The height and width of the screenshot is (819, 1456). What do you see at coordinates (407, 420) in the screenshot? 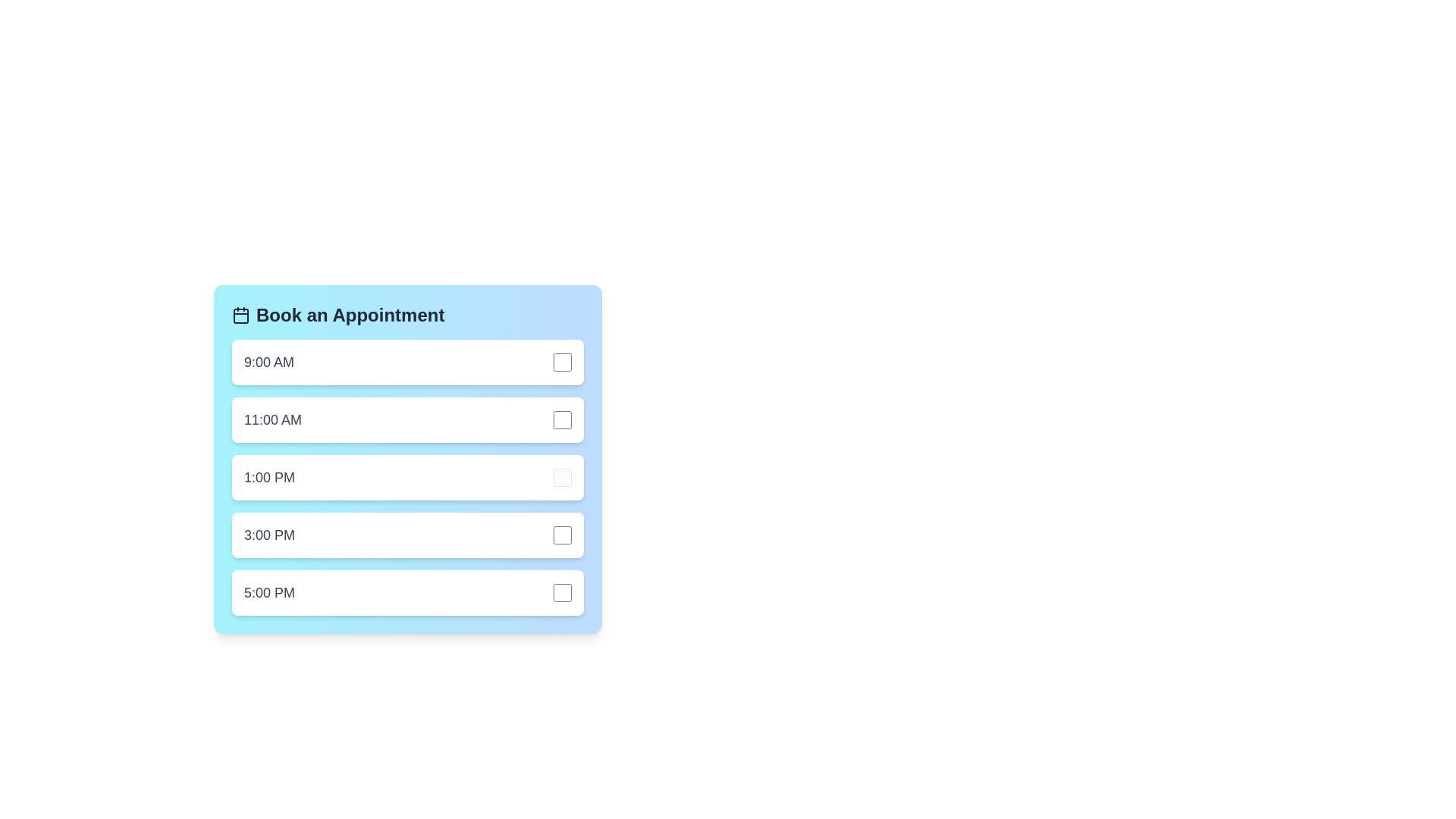
I see `the time slot for 11:00 AM` at bounding box center [407, 420].